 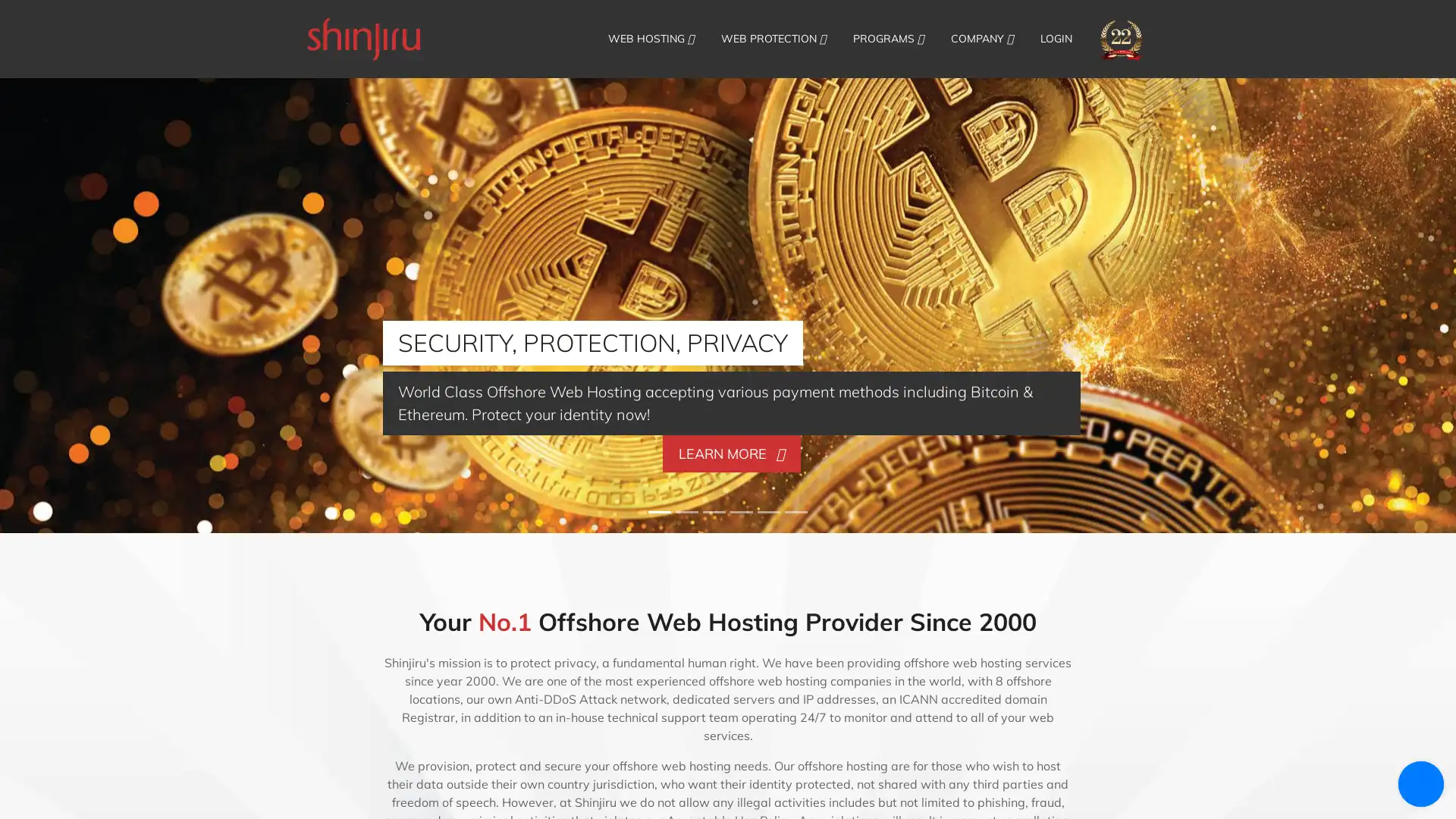 I want to click on LEARN MORE, so click(x=731, y=452).